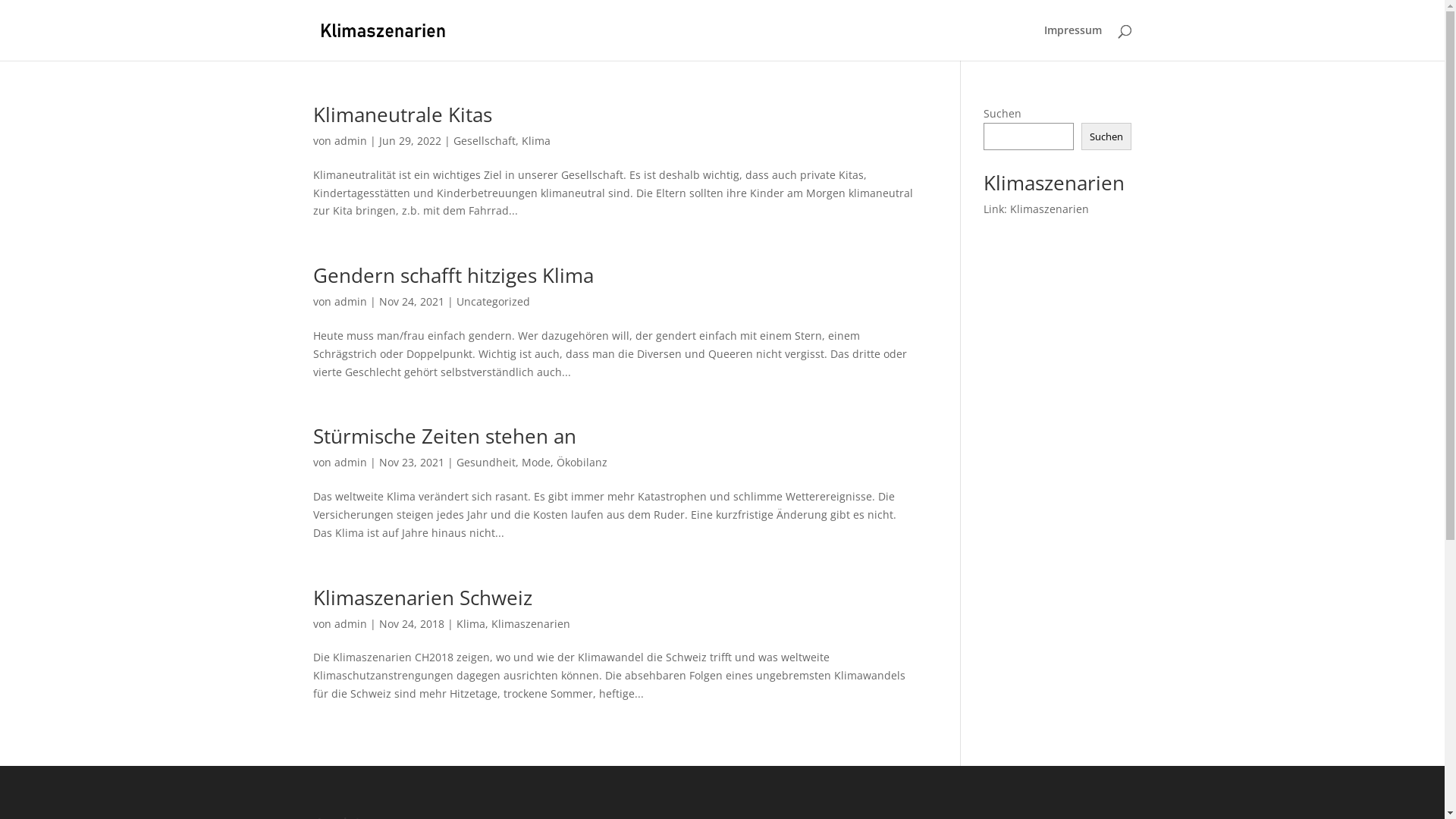 Image resolution: width=1456 pixels, height=819 pixels. Describe the element at coordinates (486, 461) in the screenshot. I see `'Gesundheit'` at that location.